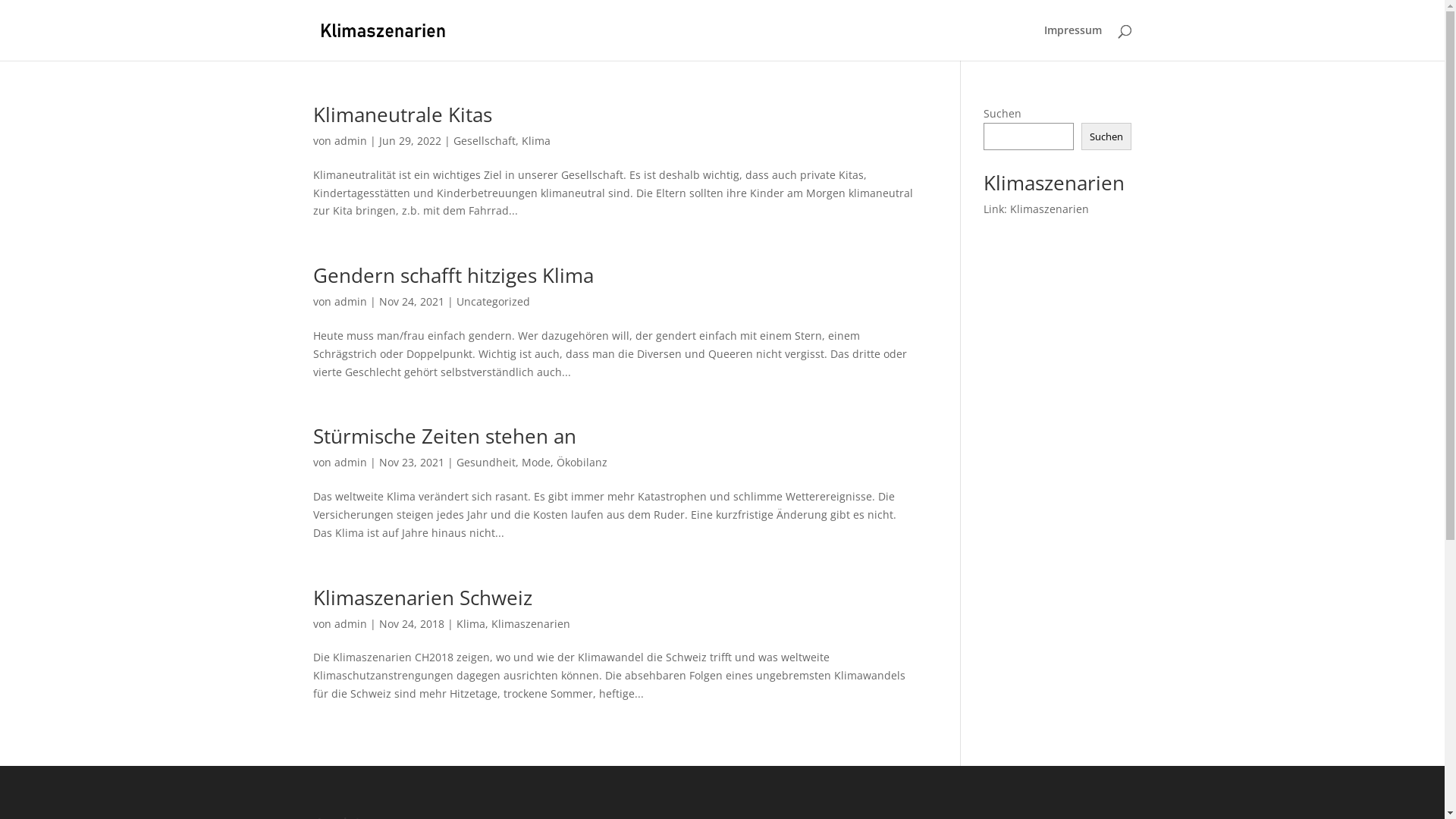 Image resolution: width=1456 pixels, height=819 pixels. Describe the element at coordinates (486, 461) in the screenshot. I see `'Gesundheit'` at that location.